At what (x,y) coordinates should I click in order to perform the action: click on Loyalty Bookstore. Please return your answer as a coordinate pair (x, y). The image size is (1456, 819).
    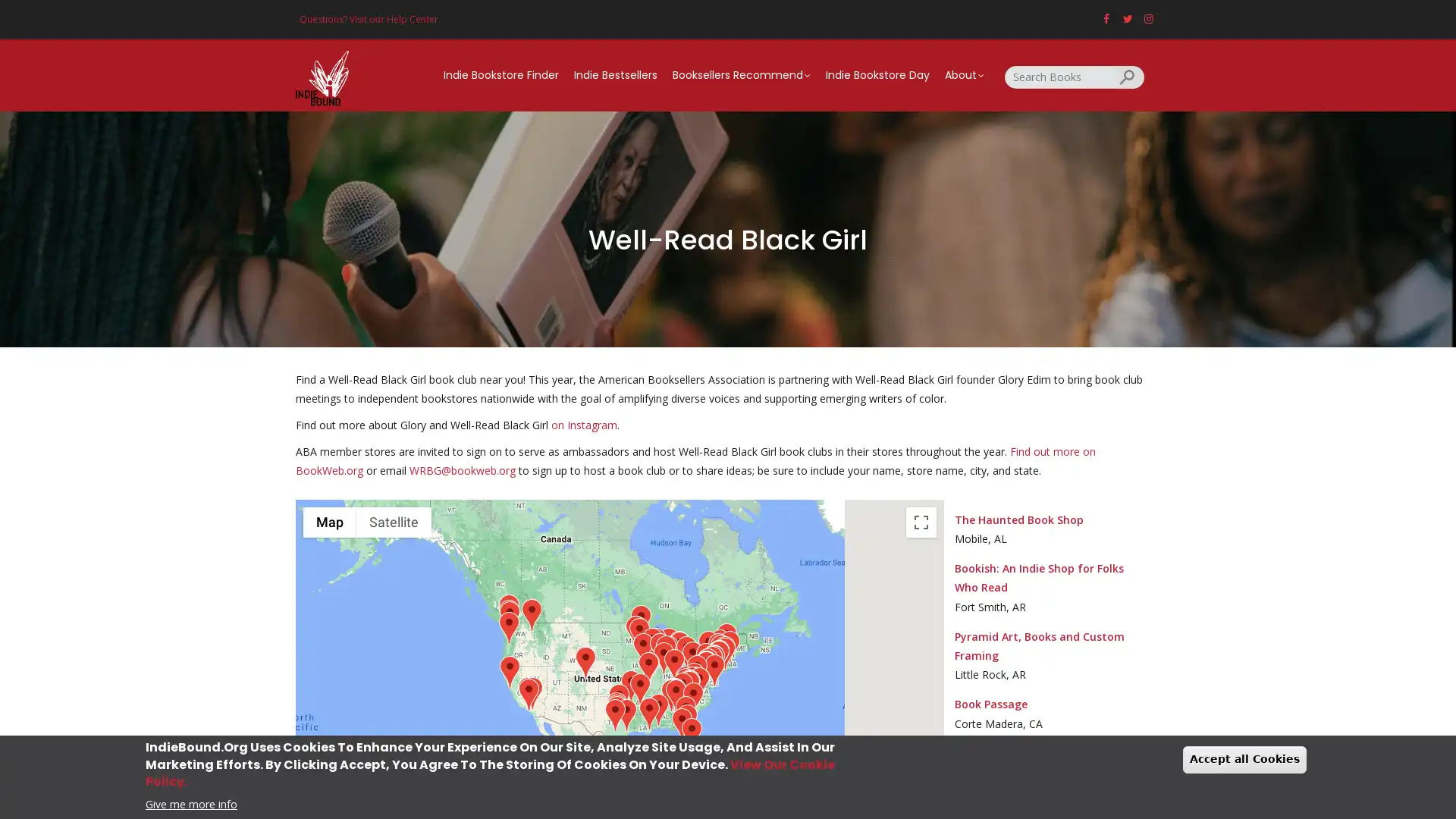
    Looking at the image, I should click on (704, 665).